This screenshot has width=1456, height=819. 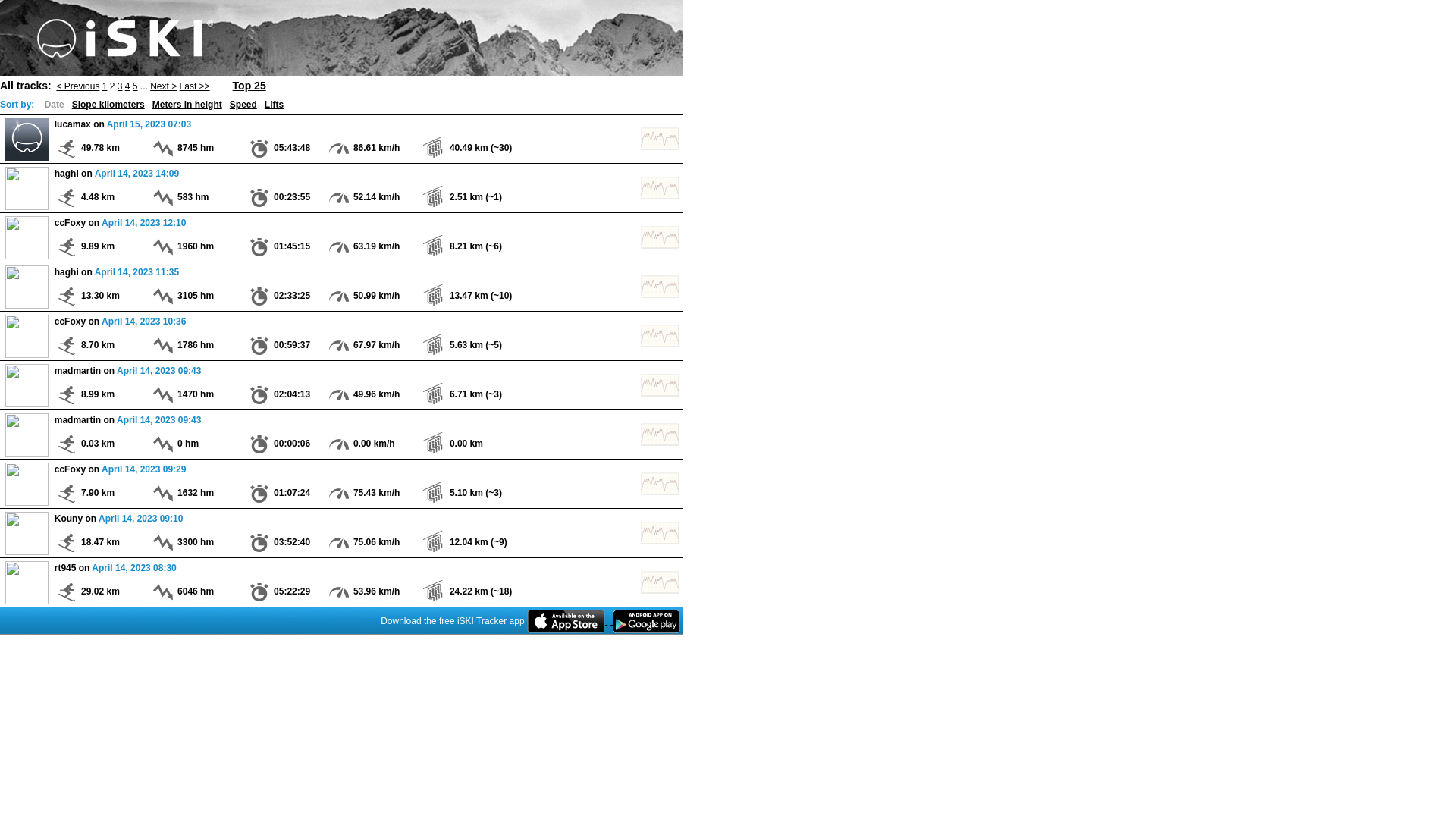 I want to click on 'Lifts', so click(x=274, y=103).